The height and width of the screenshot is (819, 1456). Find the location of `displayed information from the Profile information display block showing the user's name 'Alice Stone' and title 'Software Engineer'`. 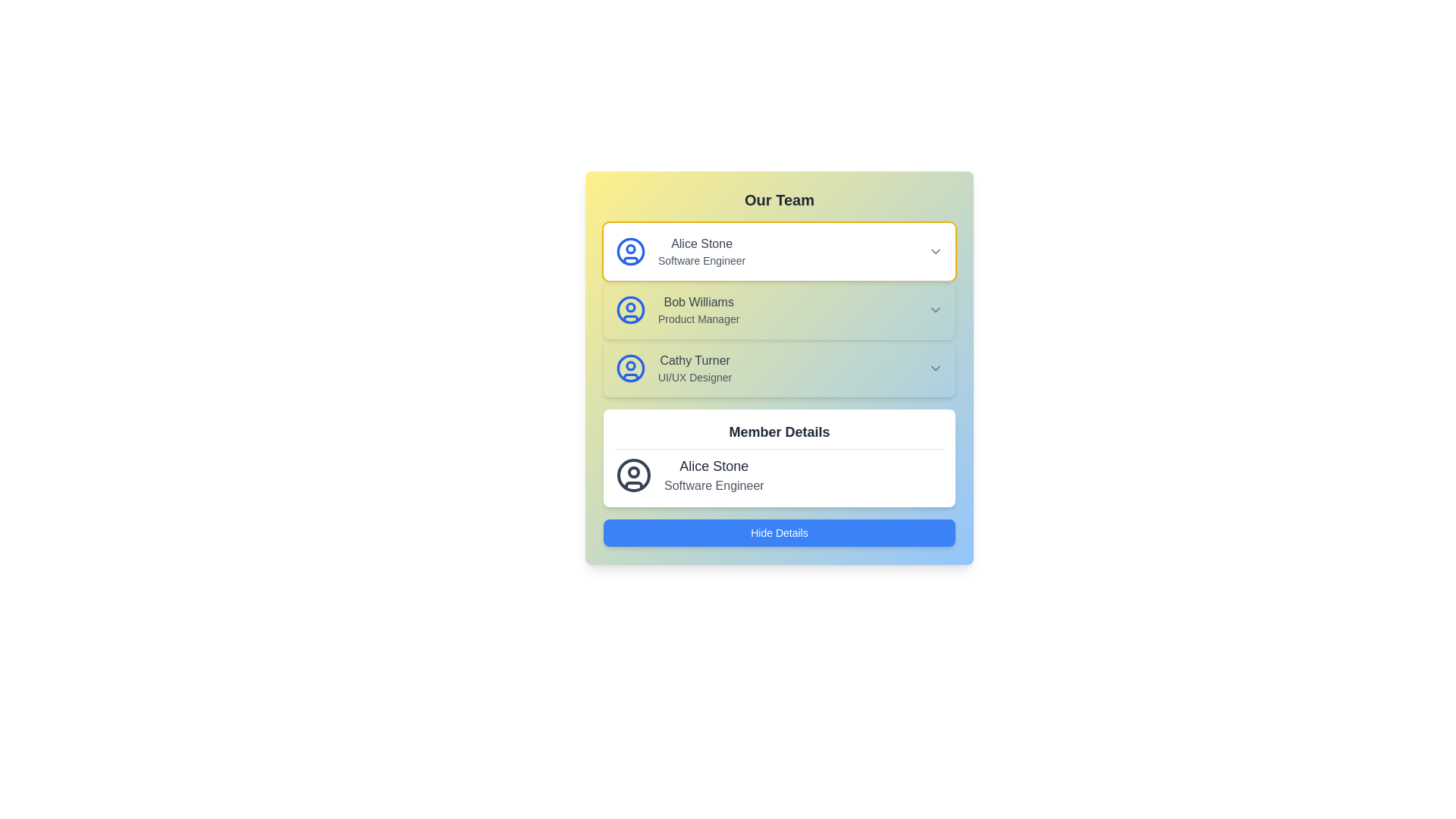

displayed information from the Profile information display block showing the user's name 'Alice Stone' and title 'Software Engineer' is located at coordinates (779, 475).